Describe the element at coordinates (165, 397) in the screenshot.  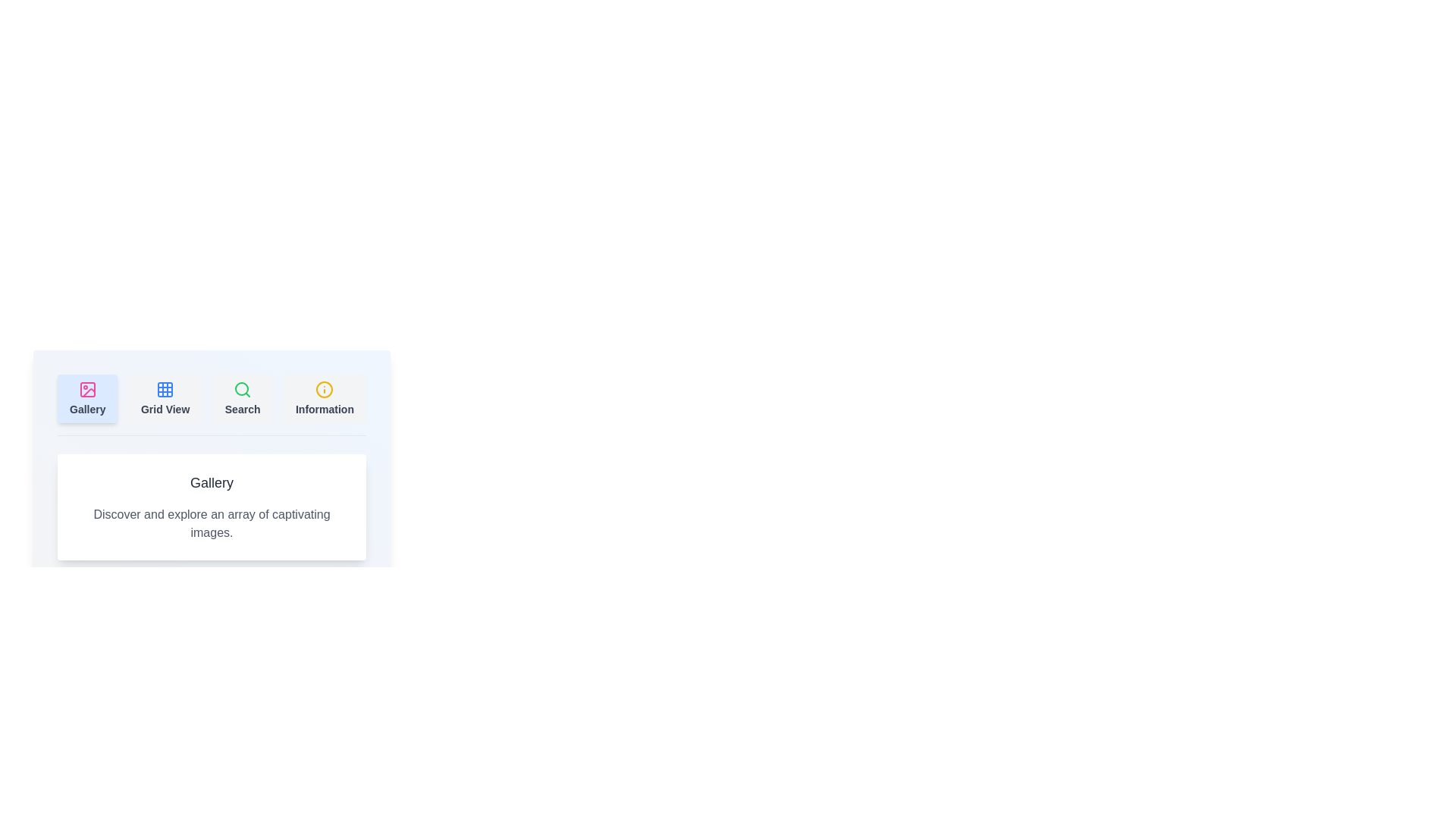
I see `the tab button labeled 'Grid View' to observe the hover effect` at that location.